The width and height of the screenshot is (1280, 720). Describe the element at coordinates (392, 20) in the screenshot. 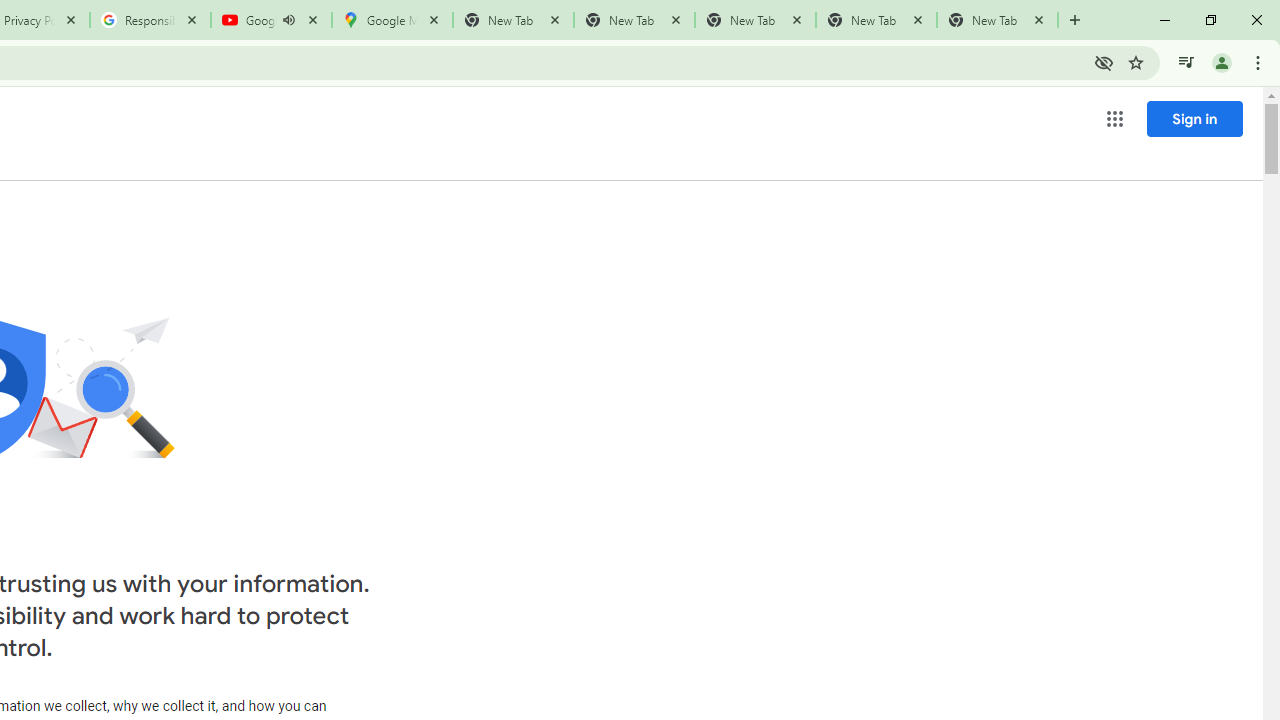

I see `'Google Maps'` at that location.